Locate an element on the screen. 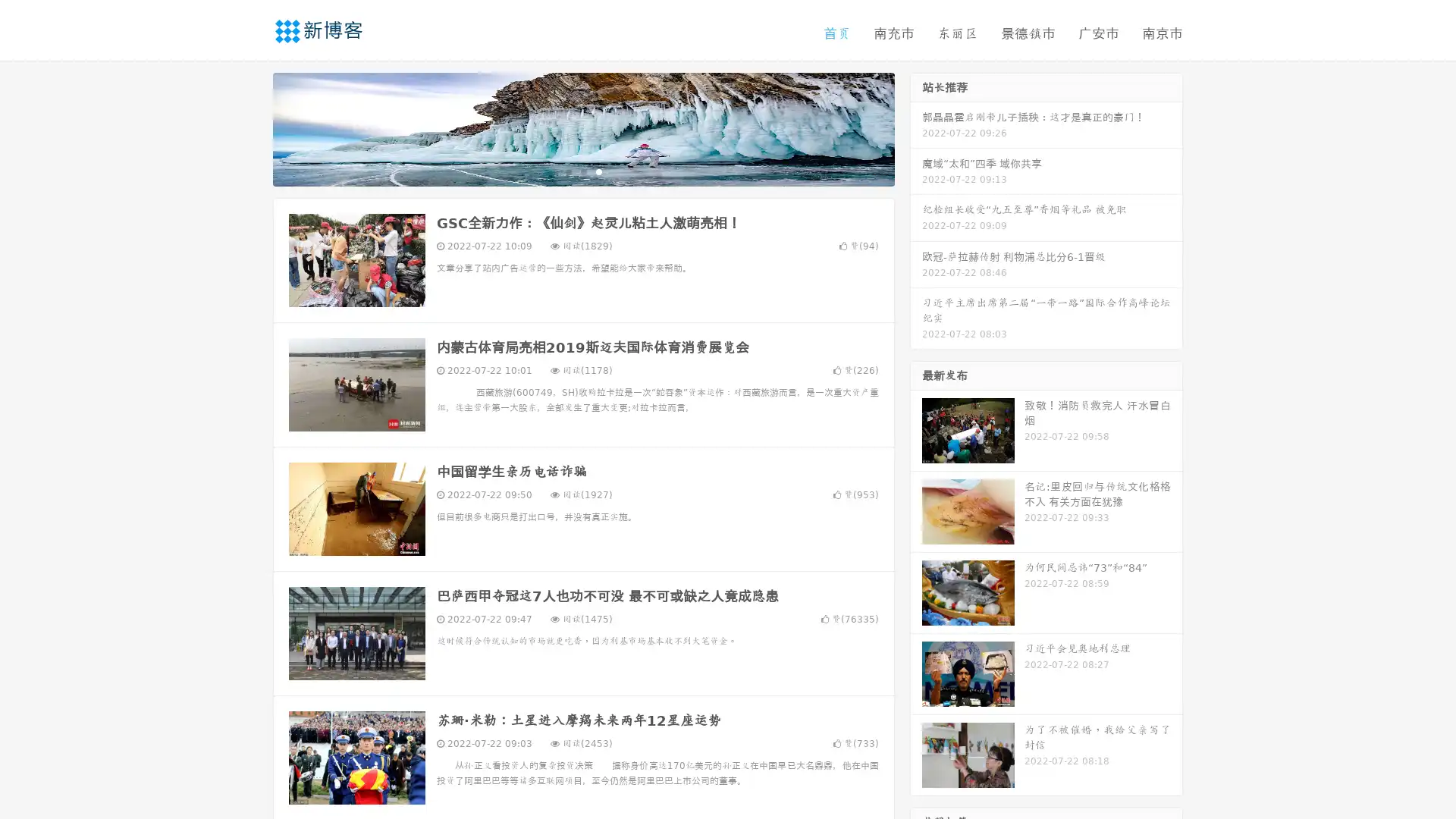 This screenshot has height=819, width=1456. Previous slide is located at coordinates (250, 127).